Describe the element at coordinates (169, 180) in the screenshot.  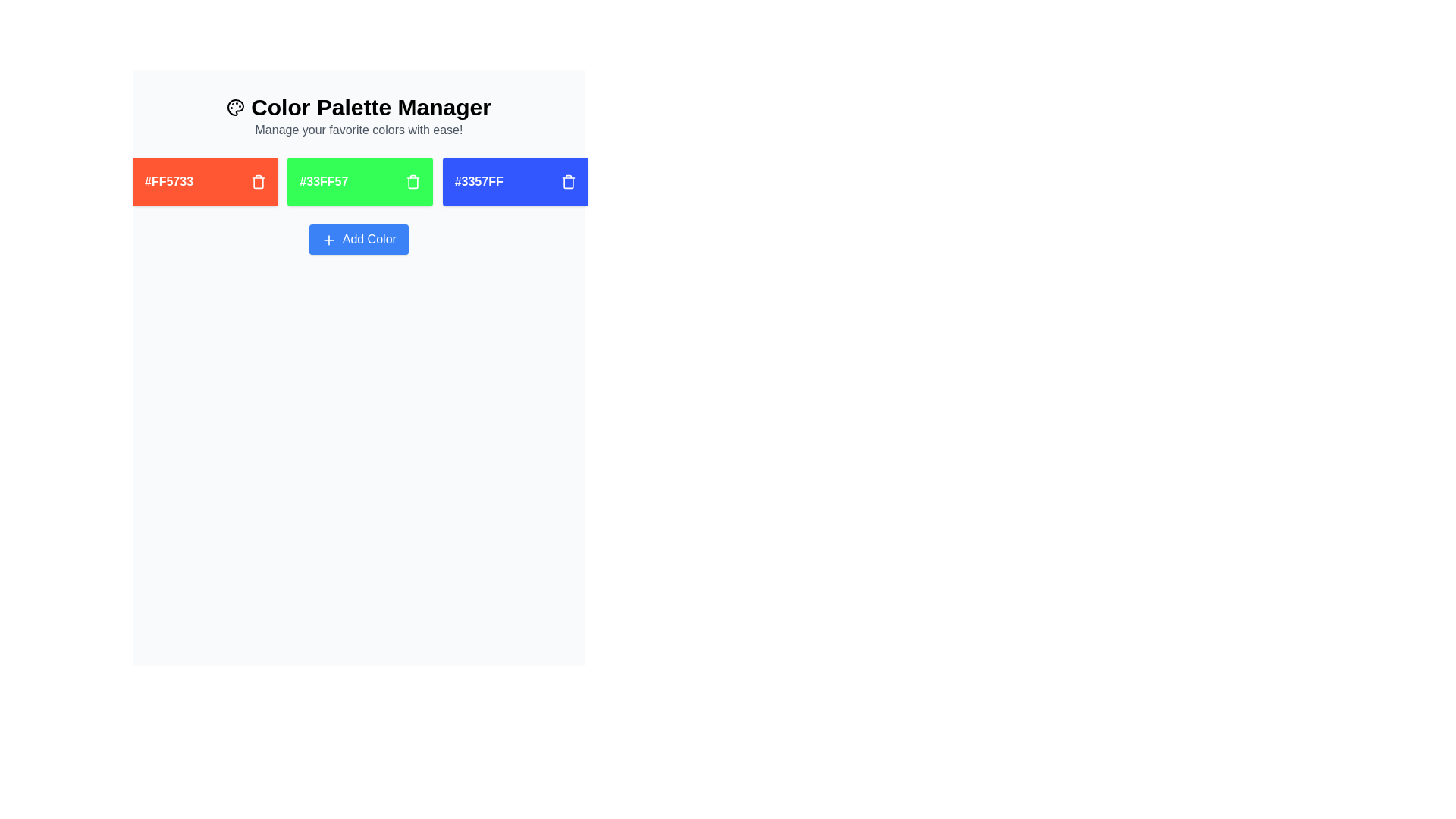
I see `the text label displaying the color code '#FF5733' in white font with bold weight, located within the first color block on the left side, adjacent to a trash icon` at that location.